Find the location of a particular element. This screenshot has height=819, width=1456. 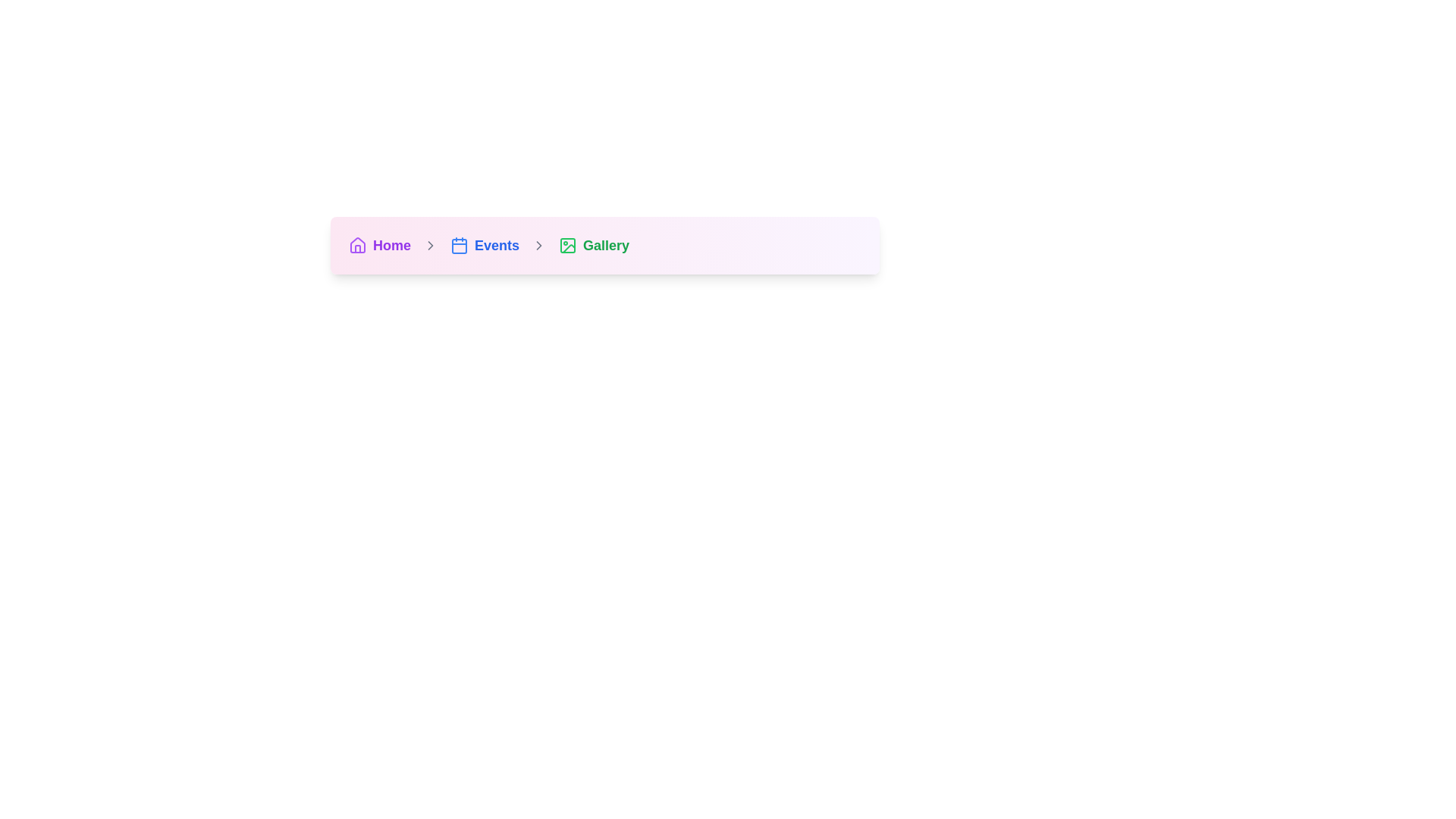

the house-shaped icon which is the leftmost breadcrumb navigation button in the horizontal breadcrumb bar is located at coordinates (356, 244).